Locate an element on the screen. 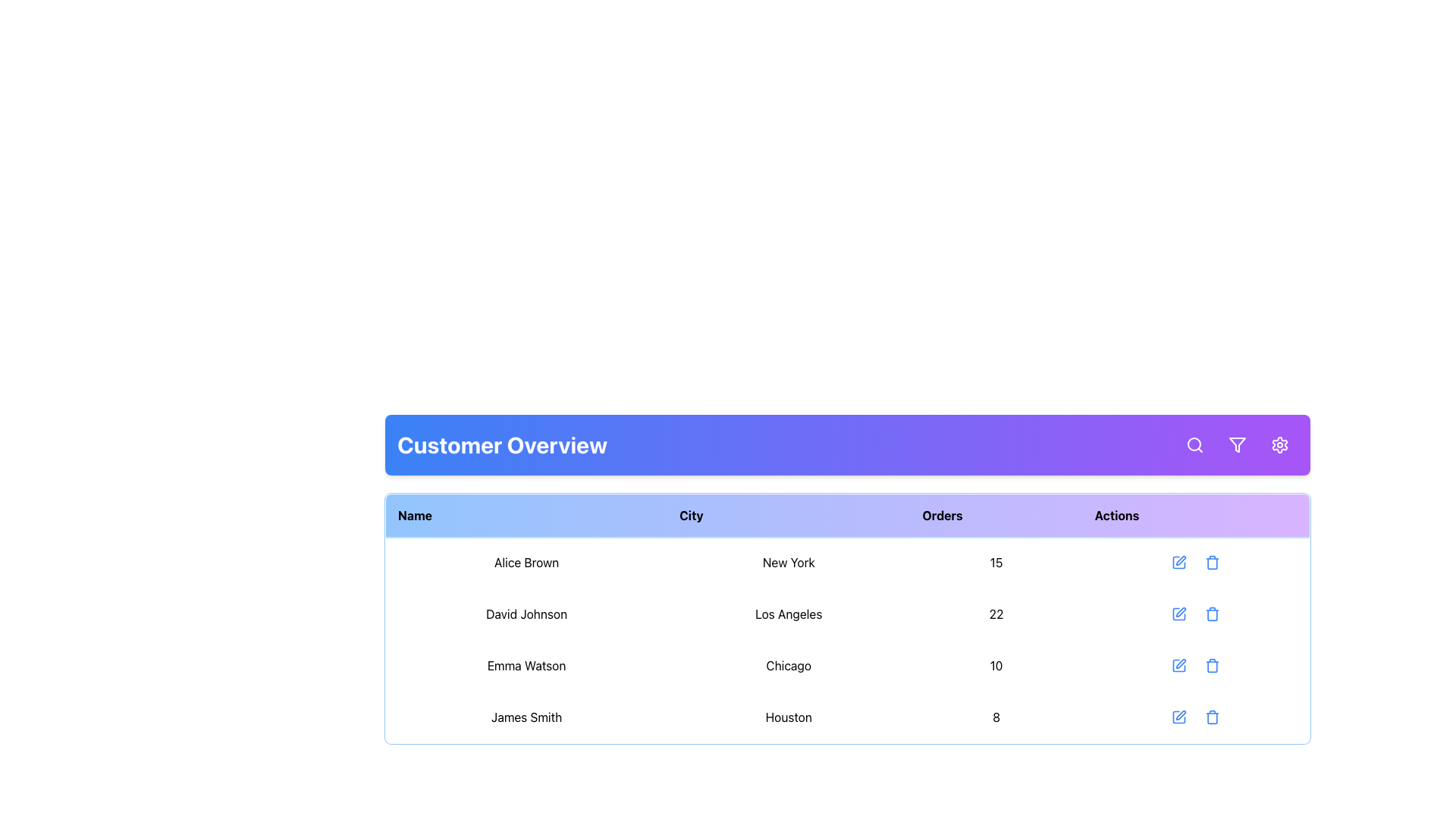 The width and height of the screenshot is (1456, 819). the 'Customer Overview' static text header, which is displayed in large, bold, white font against a blue to purple gradient background at the top of the section is located at coordinates (502, 444).